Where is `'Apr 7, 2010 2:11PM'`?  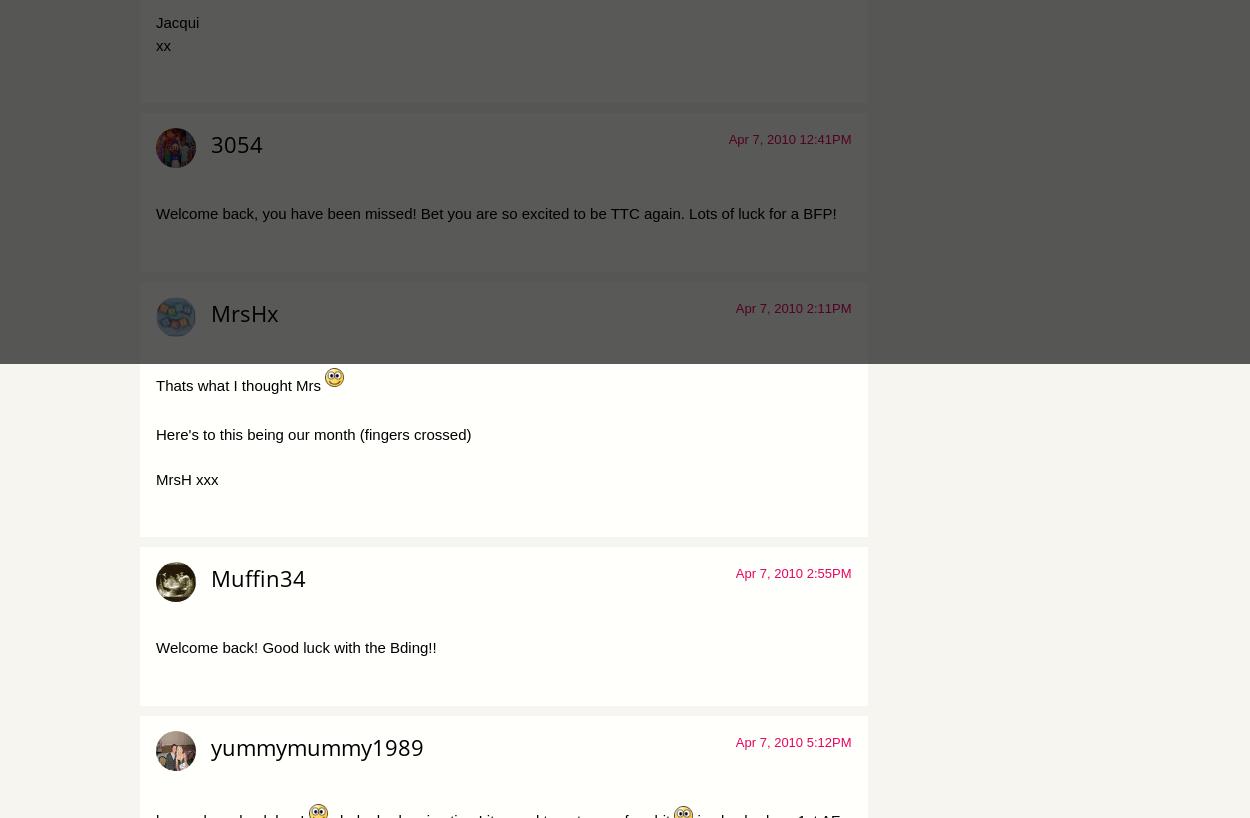 'Apr 7, 2010 2:11PM' is located at coordinates (793, 306).